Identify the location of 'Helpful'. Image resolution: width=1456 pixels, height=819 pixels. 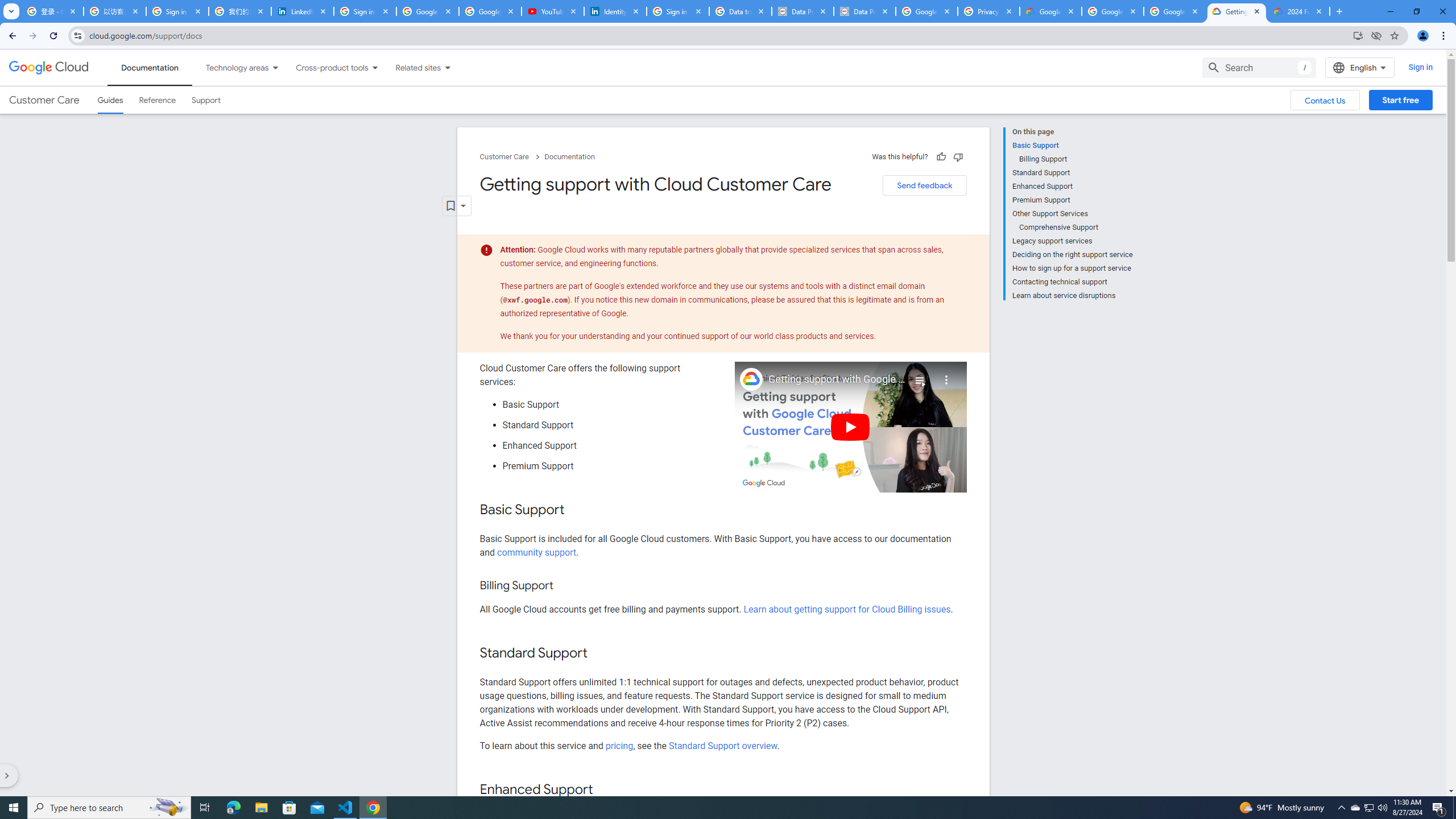
(940, 156).